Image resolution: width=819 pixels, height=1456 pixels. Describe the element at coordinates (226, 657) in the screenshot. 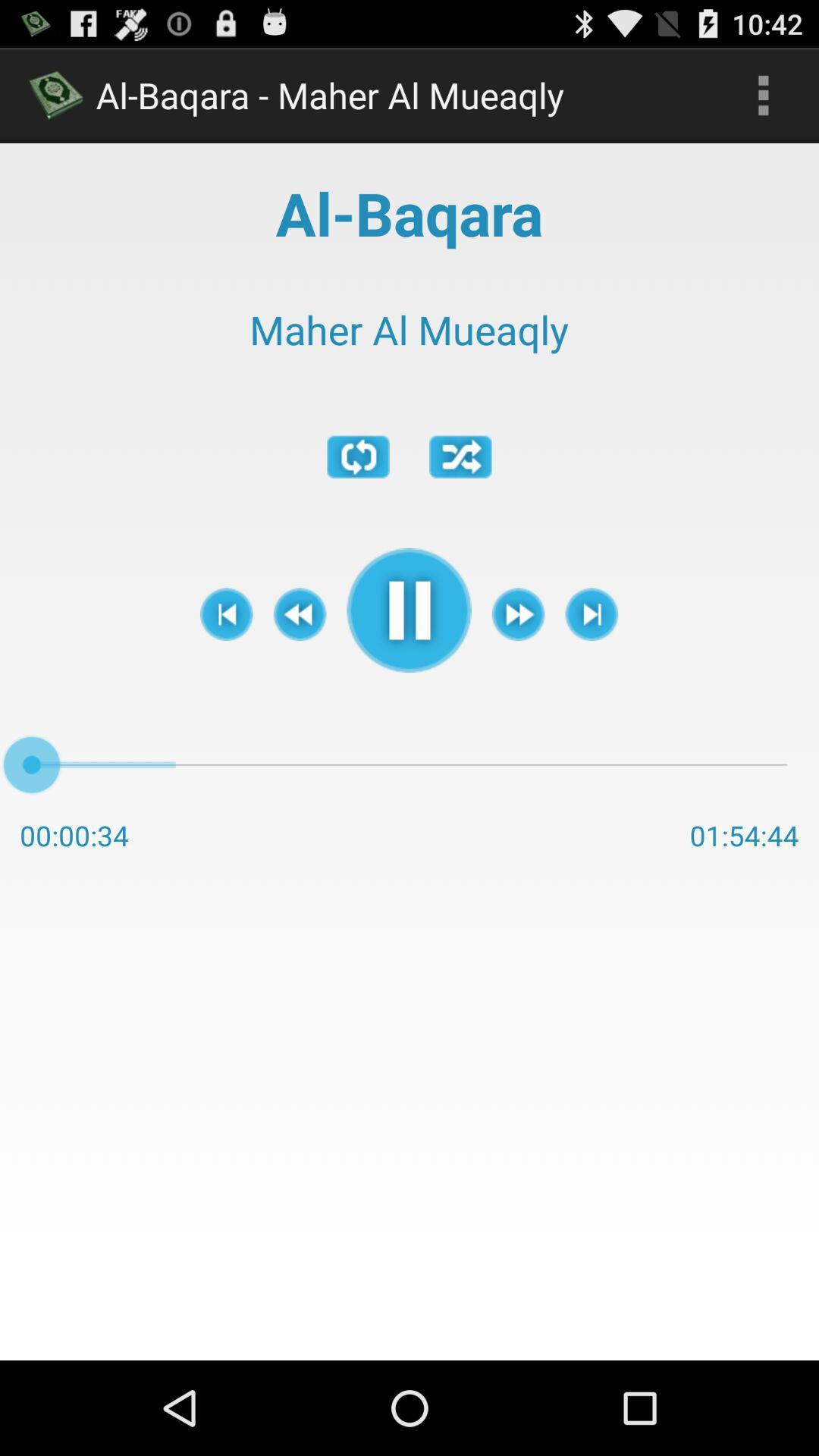

I see `the skip_previous icon` at that location.